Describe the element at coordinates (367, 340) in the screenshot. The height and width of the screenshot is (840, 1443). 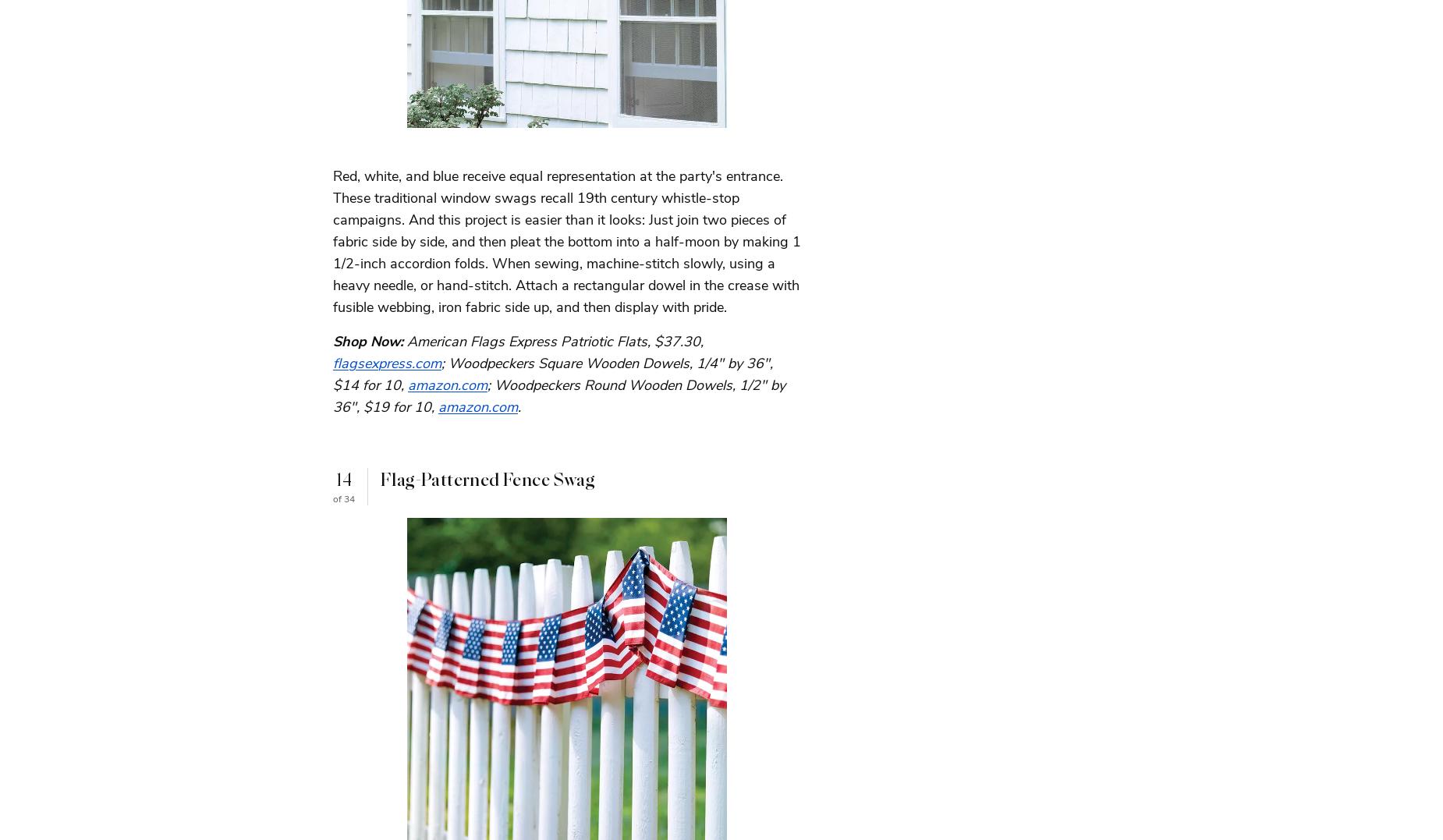
I see `'Shop Now:'` at that location.